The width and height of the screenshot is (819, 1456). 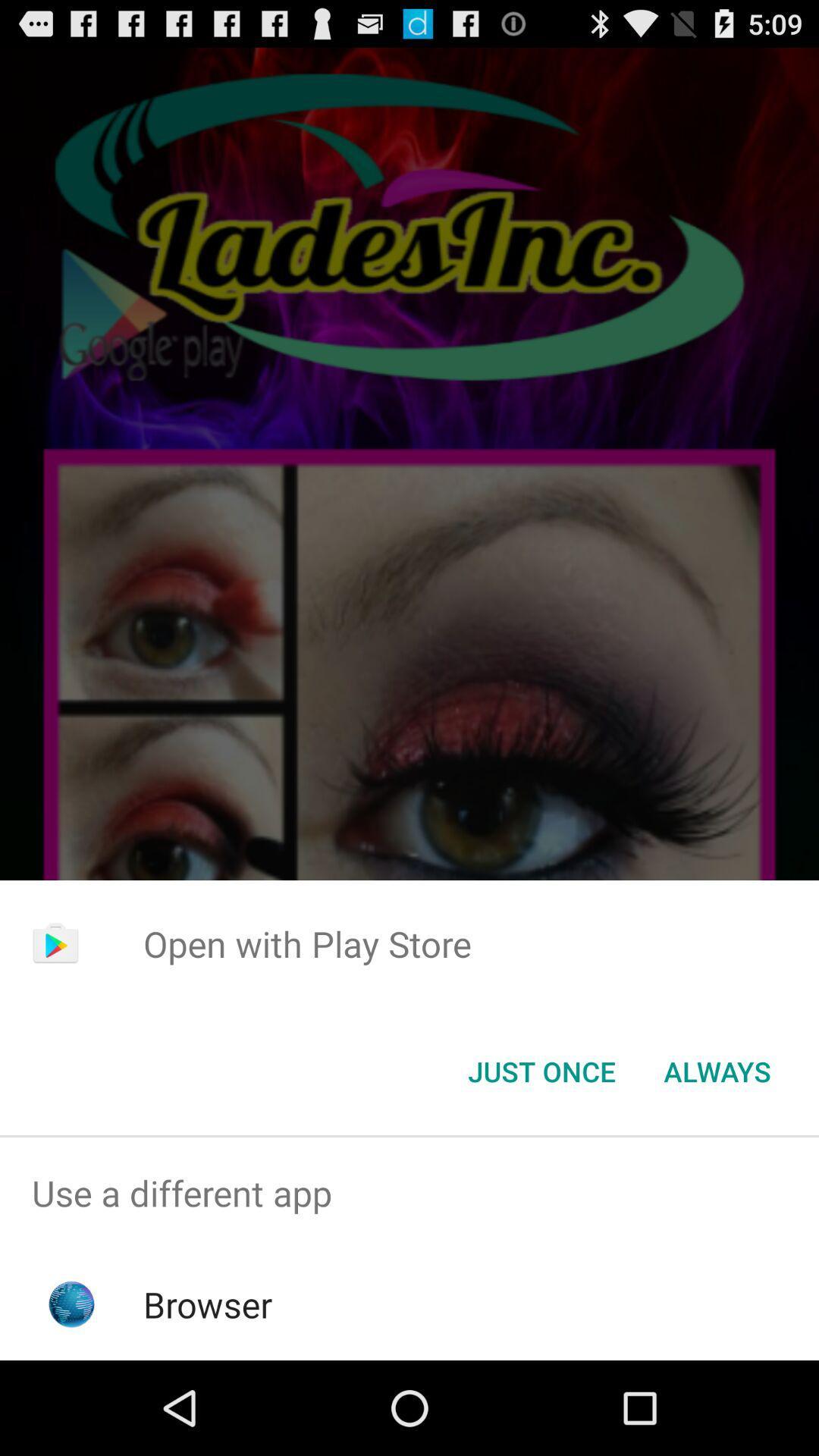 What do you see at coordinates (717, 1070) in the screenshot?
I see `always item` at bounding box center [717, 1070].